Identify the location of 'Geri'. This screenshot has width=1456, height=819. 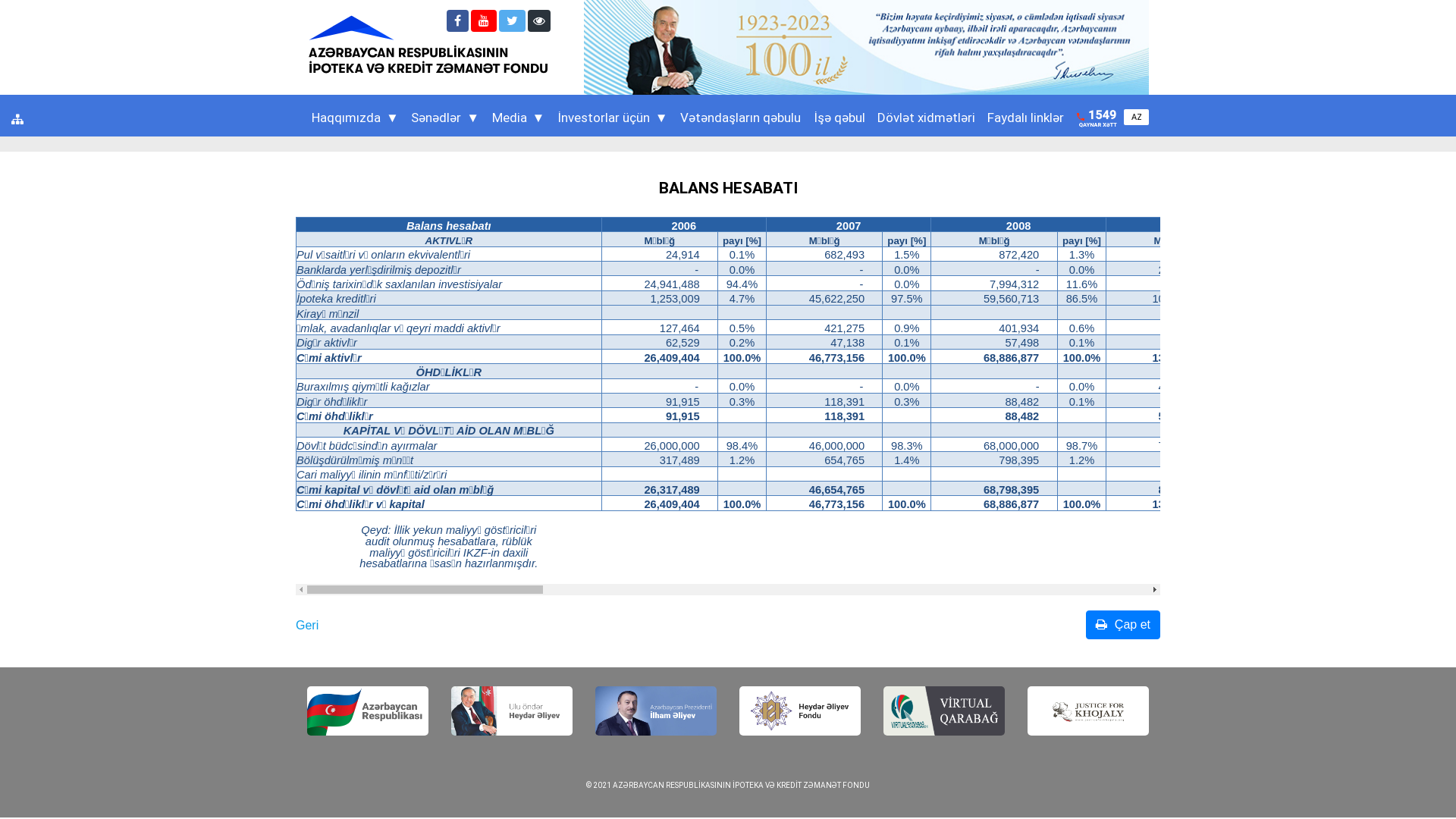
(306, 626).